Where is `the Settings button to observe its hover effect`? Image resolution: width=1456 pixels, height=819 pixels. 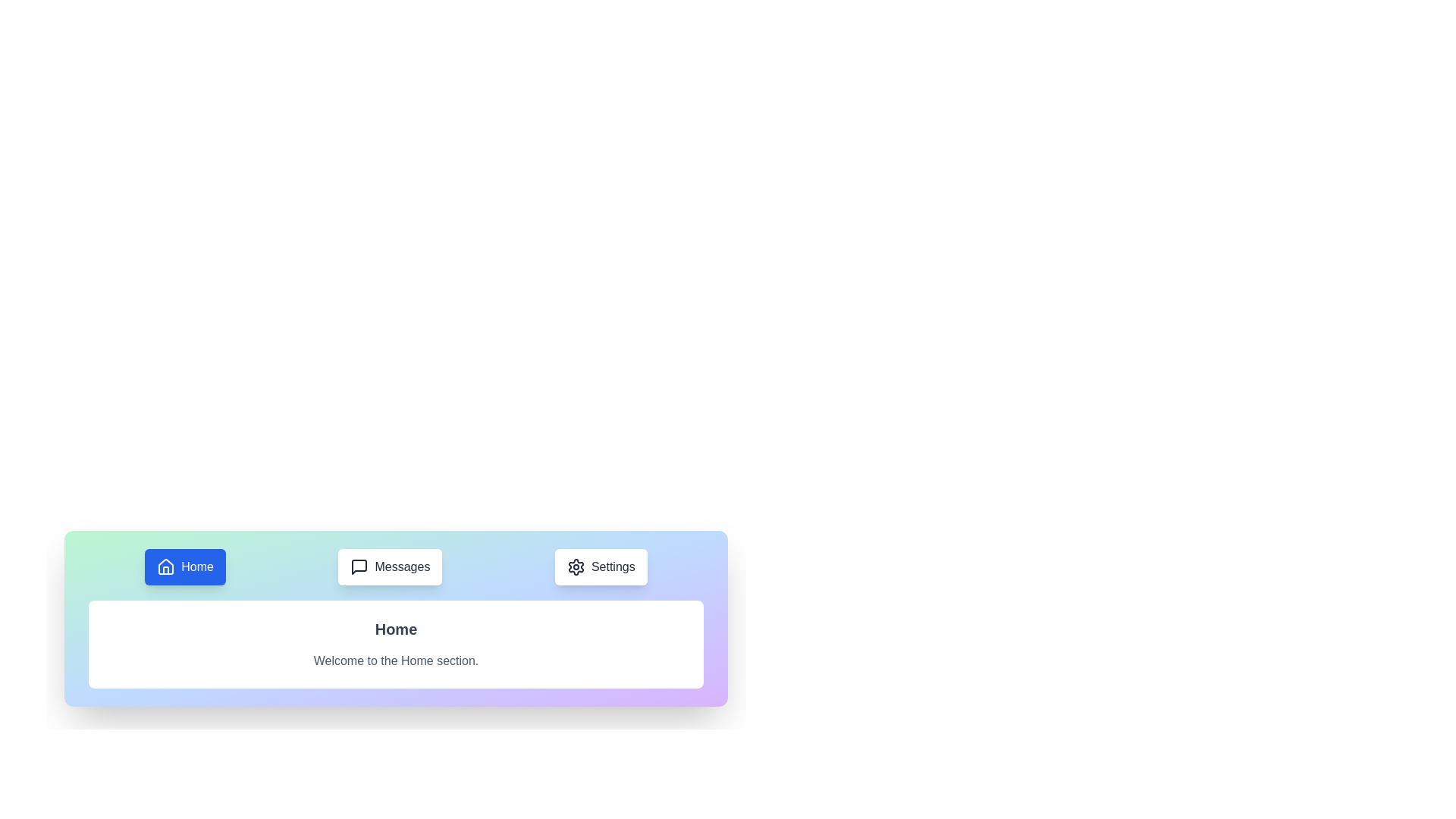 the Settings button to observe its hover effect is located at coordinates (600, 567).